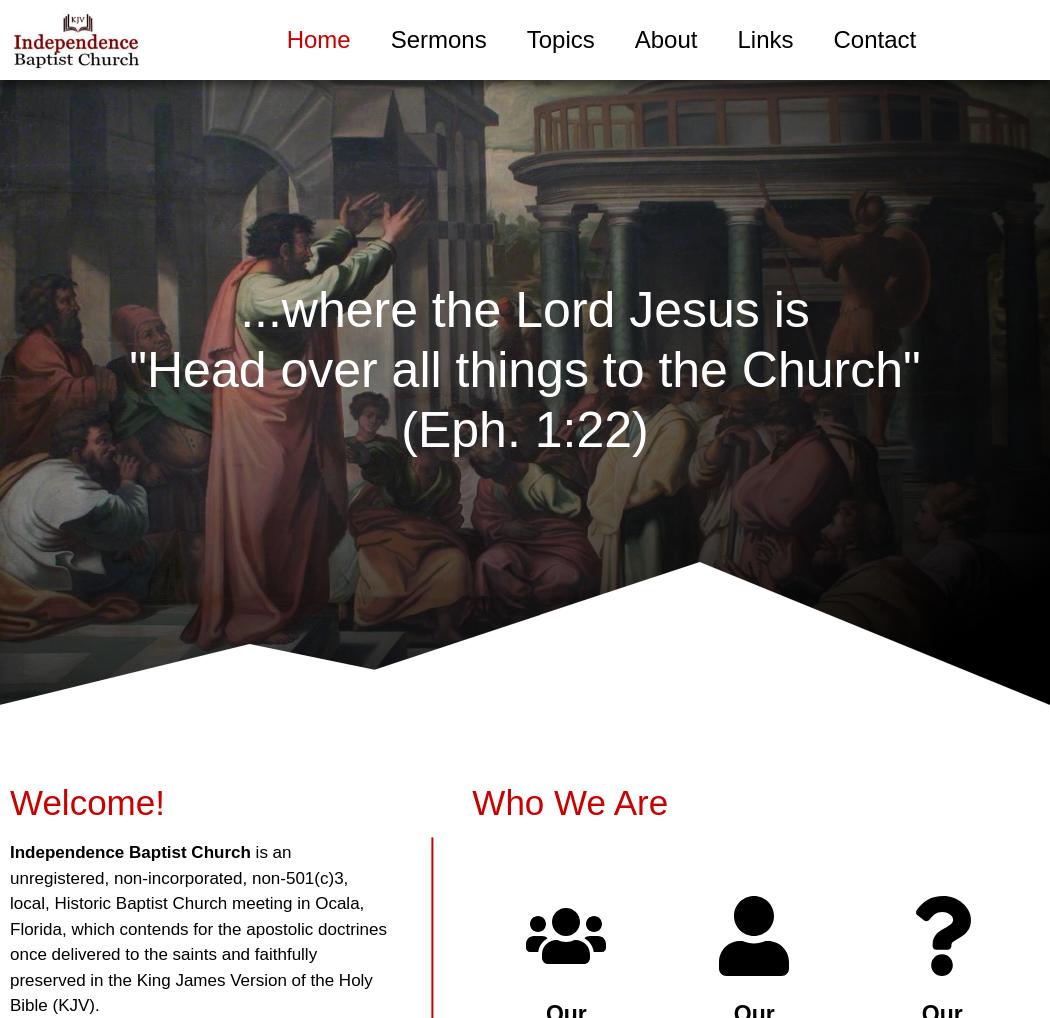  What do you see at coordinates (285, 38) in the screenshot?
I see `'Home'` at bounding box center [285, 38].